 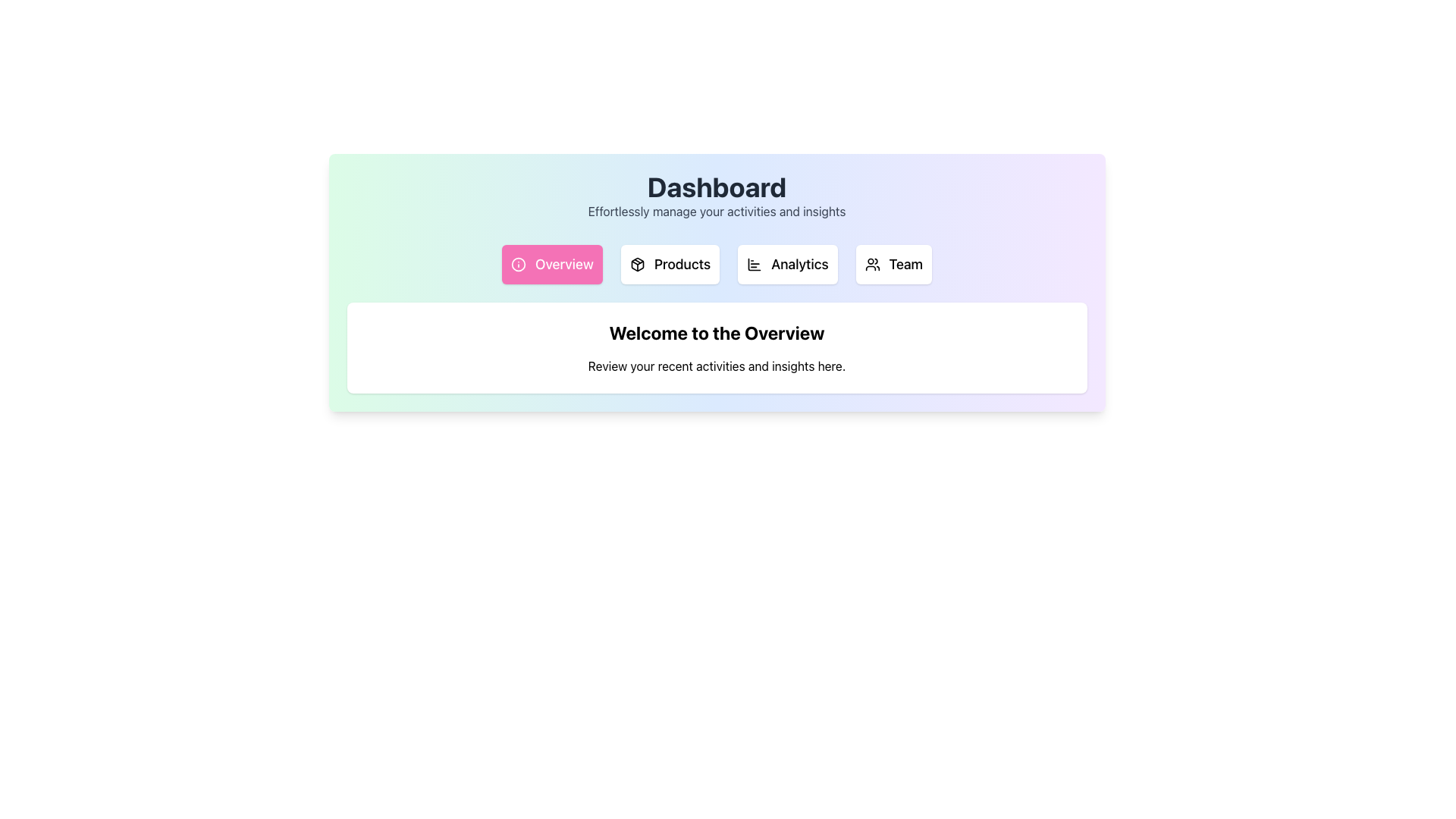 What do you see at coordinates (669, 263) in the screenshot?
I see `the 'Products' navigation button, which is the second button under the 'Dashboard' title, located between the 'Overview' and 'Analytics' buttons` at bounding box center [669, 263].